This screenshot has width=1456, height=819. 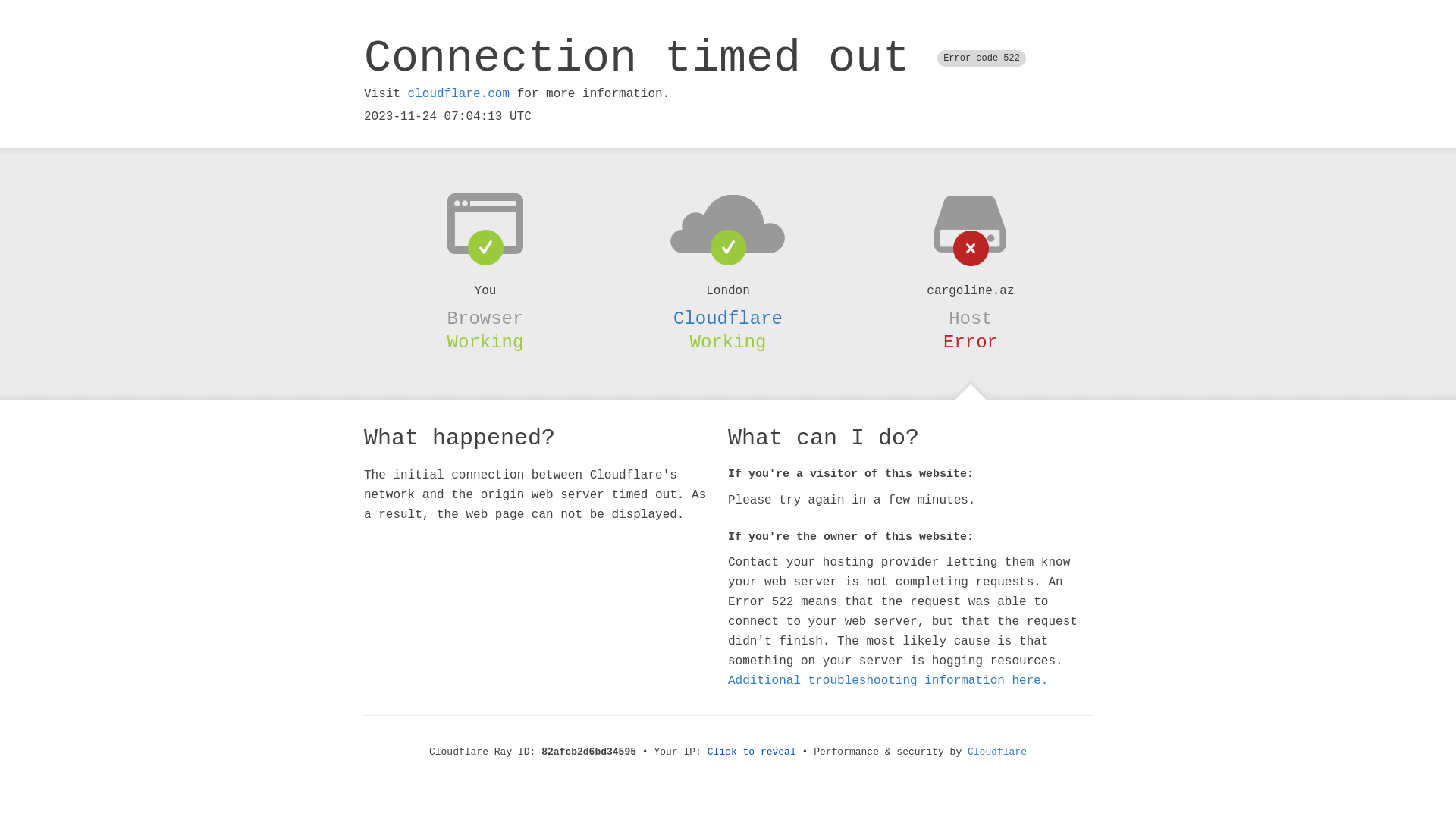 What do you see at coordinates (457, 93) in the screenshot?
I see `'cloudflare.com'` at bounding box center [457, 93].